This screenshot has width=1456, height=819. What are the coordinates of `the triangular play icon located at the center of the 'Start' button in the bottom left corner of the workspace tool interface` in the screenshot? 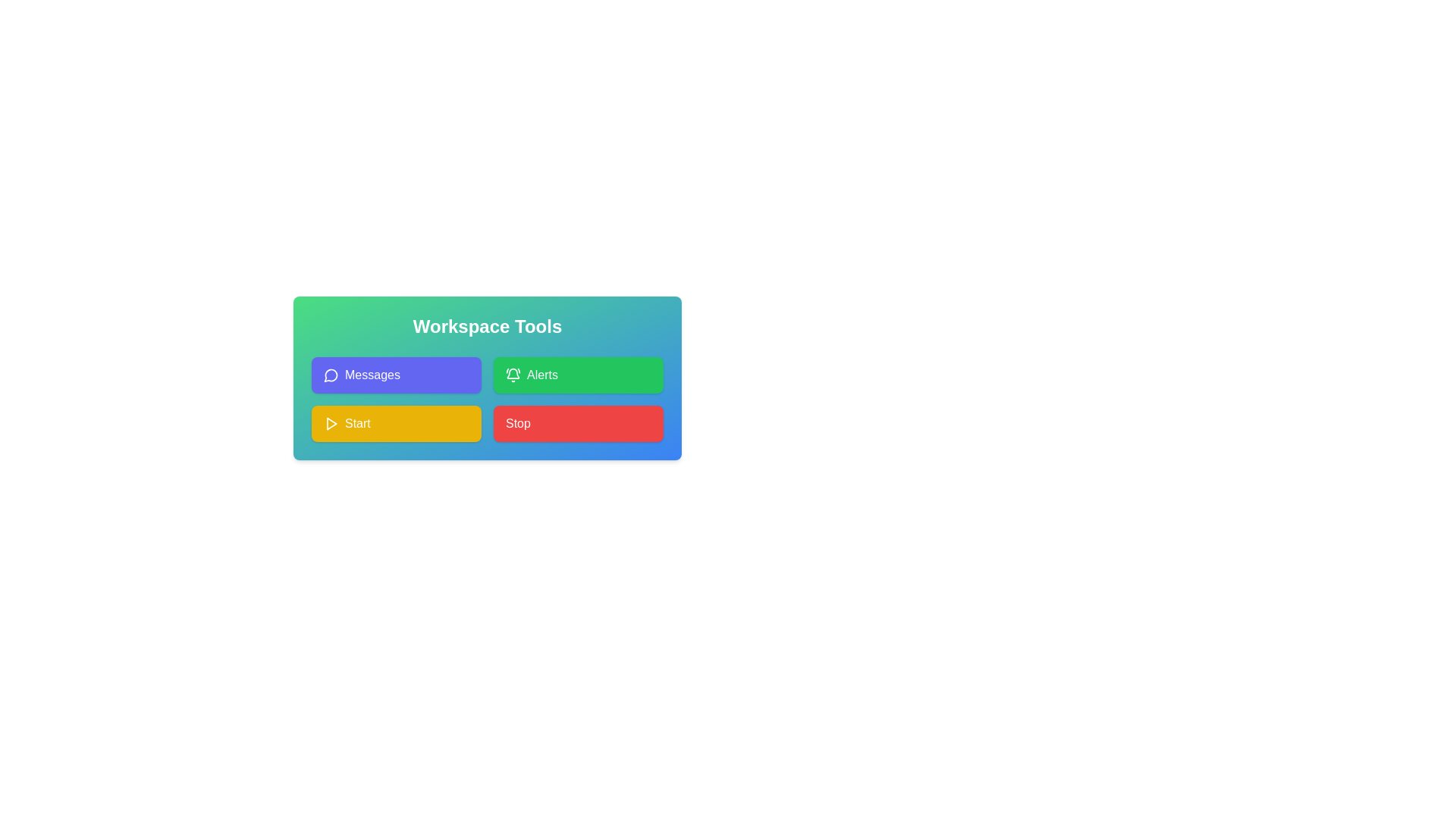 It's located at (331, 424).